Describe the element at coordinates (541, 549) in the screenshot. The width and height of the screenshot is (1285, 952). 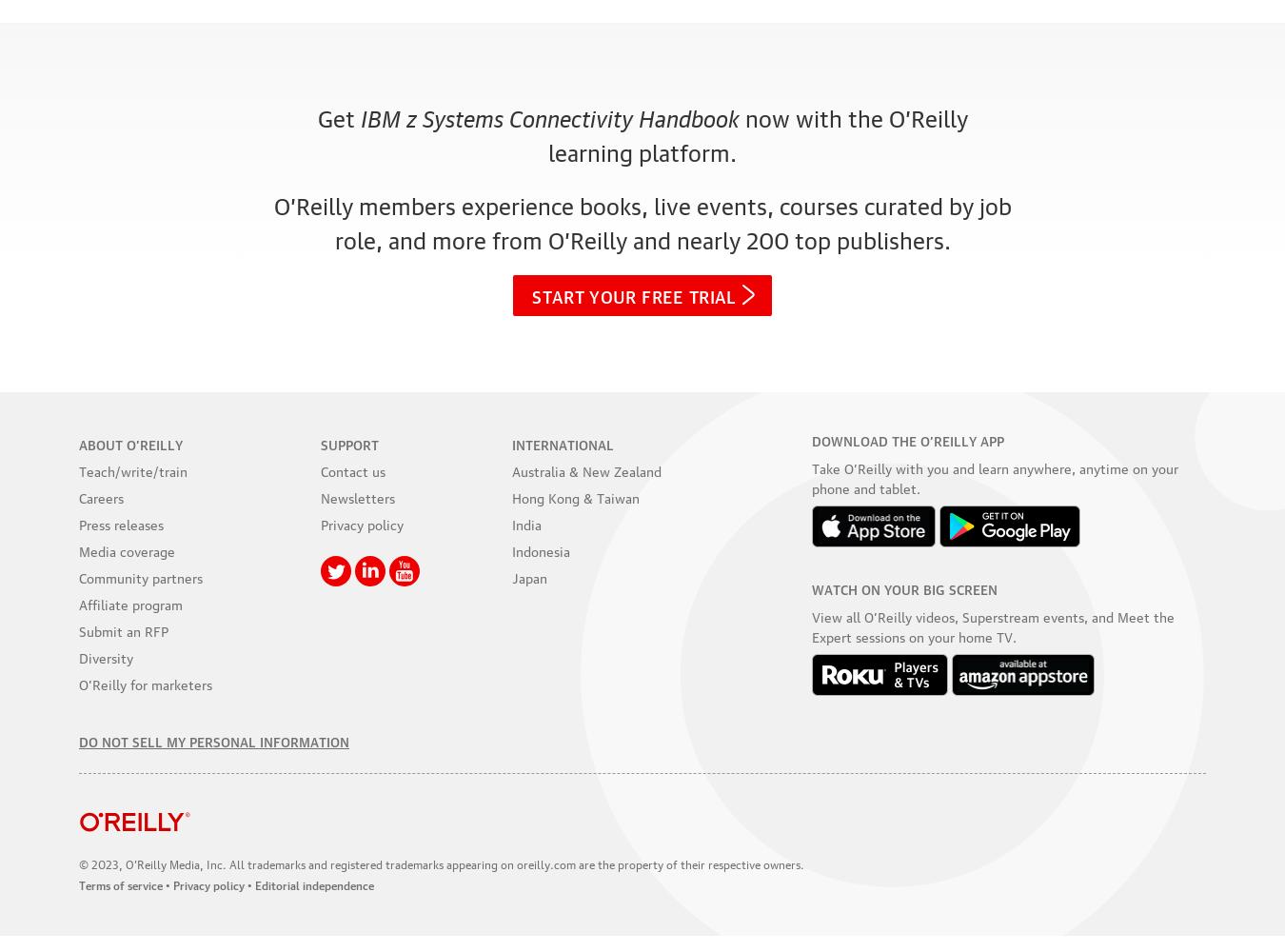
I see `'Indonesia'` at that location.